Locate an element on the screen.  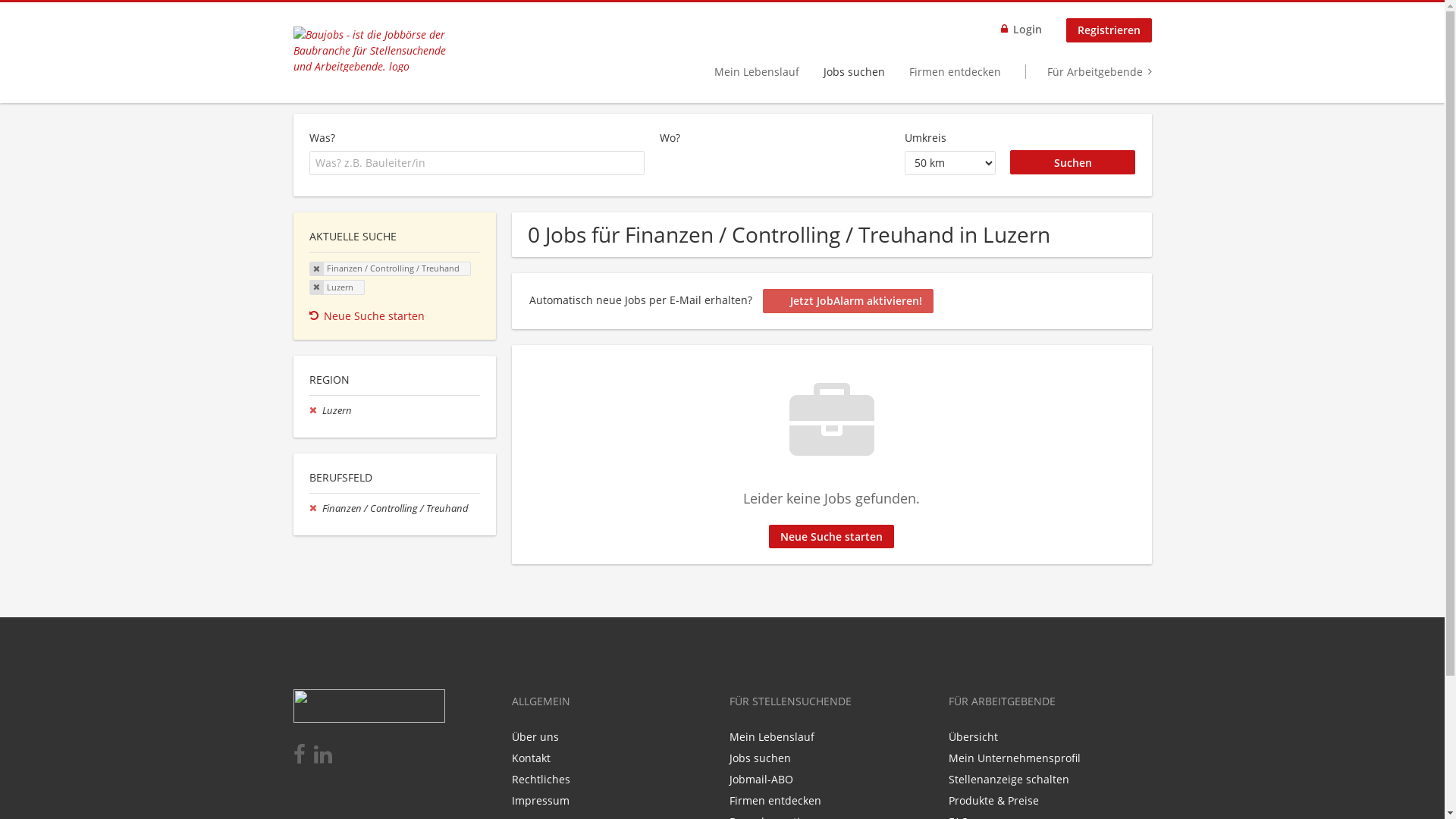
'Kontakt' is located at coordinates (530, 758).